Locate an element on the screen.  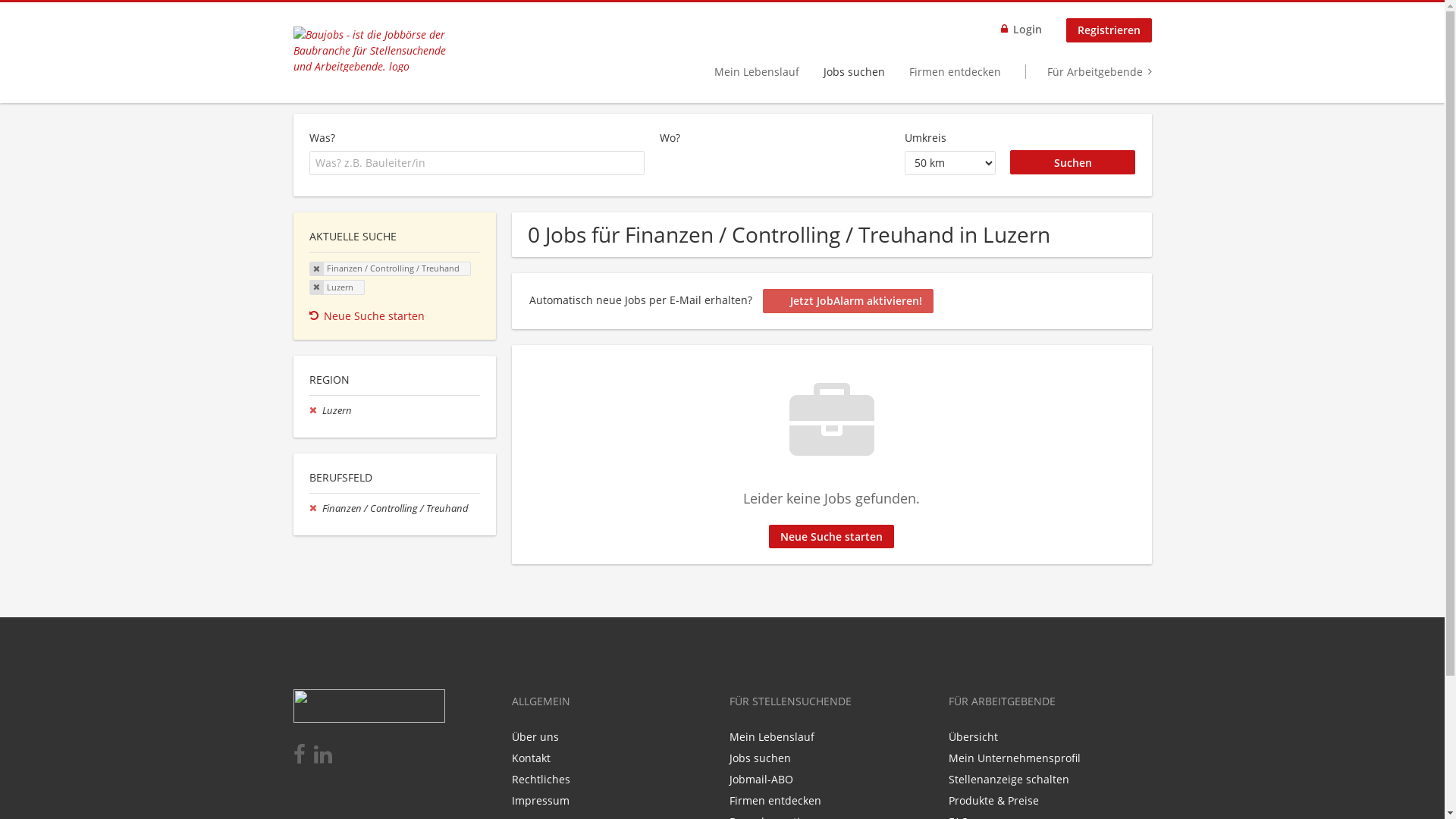
'Kontakt' is located at coordinates (530, 758).